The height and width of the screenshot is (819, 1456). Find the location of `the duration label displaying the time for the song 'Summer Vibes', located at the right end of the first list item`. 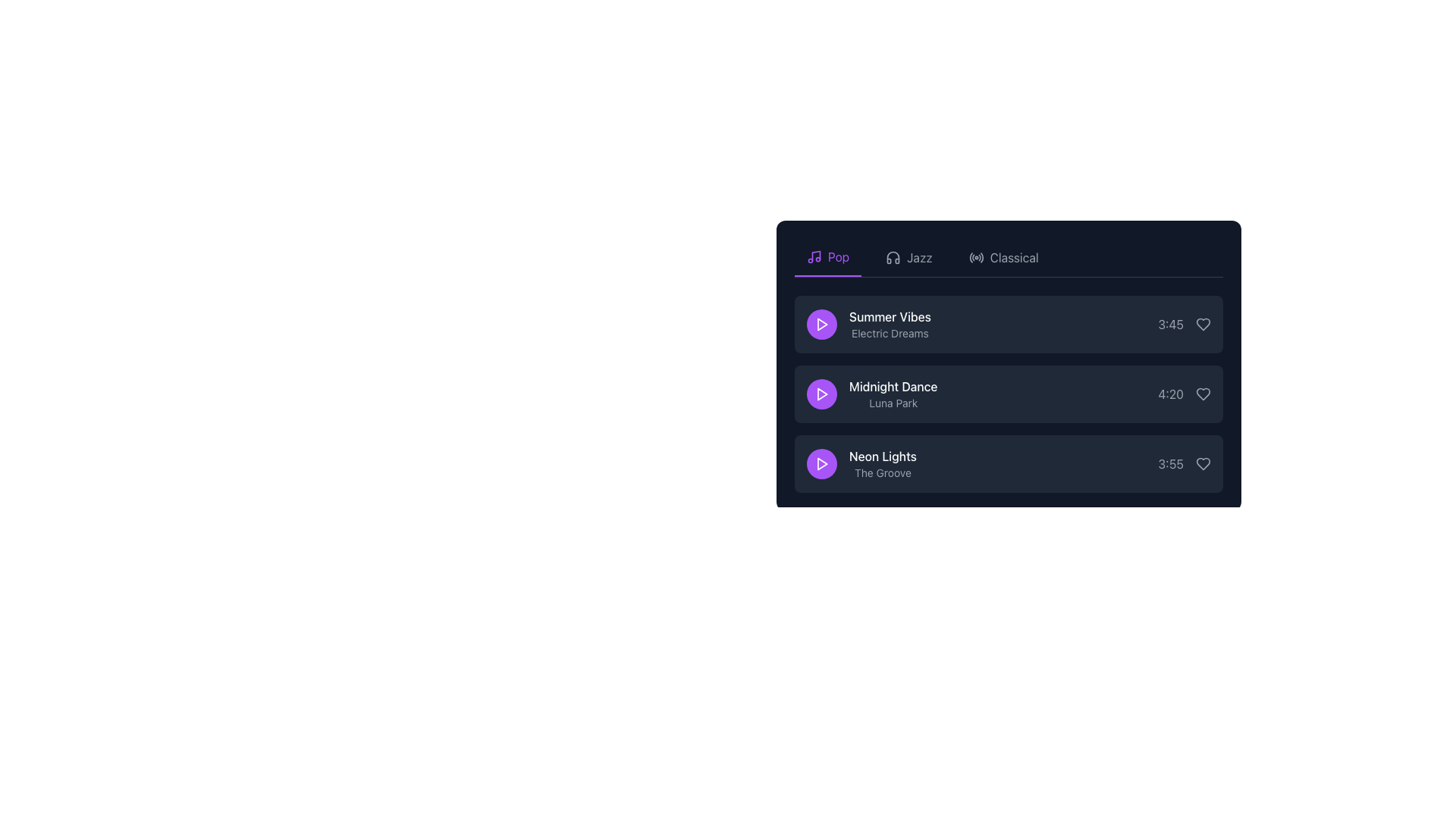

the duration label displaying the time for the song 'Summer Vibes', located at the right end of the first list item is located at coordinates (1170, 324).